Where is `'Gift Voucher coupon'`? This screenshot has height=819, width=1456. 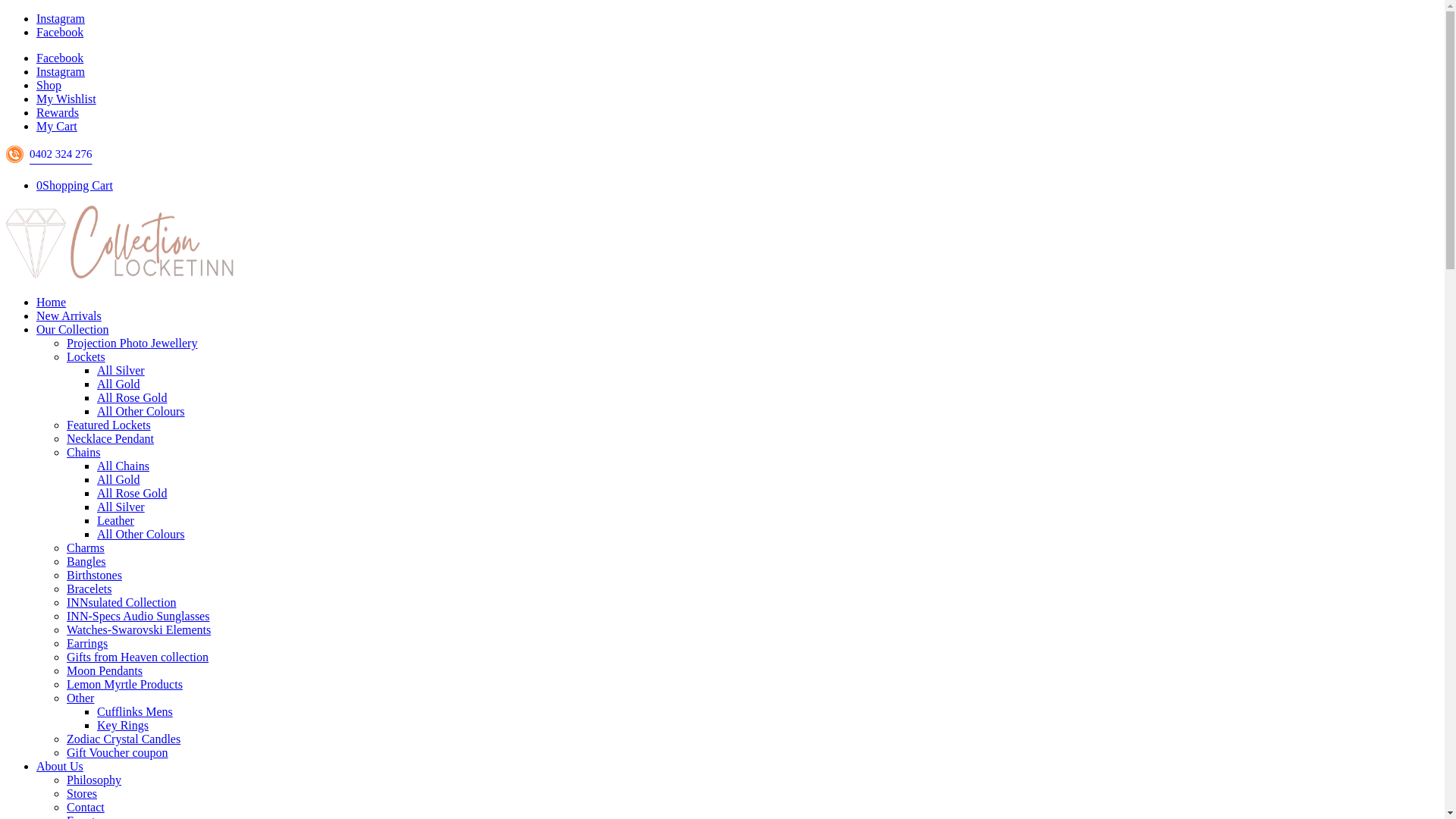 'Gift Voucher coupon' is located at coordinates (116, 752).